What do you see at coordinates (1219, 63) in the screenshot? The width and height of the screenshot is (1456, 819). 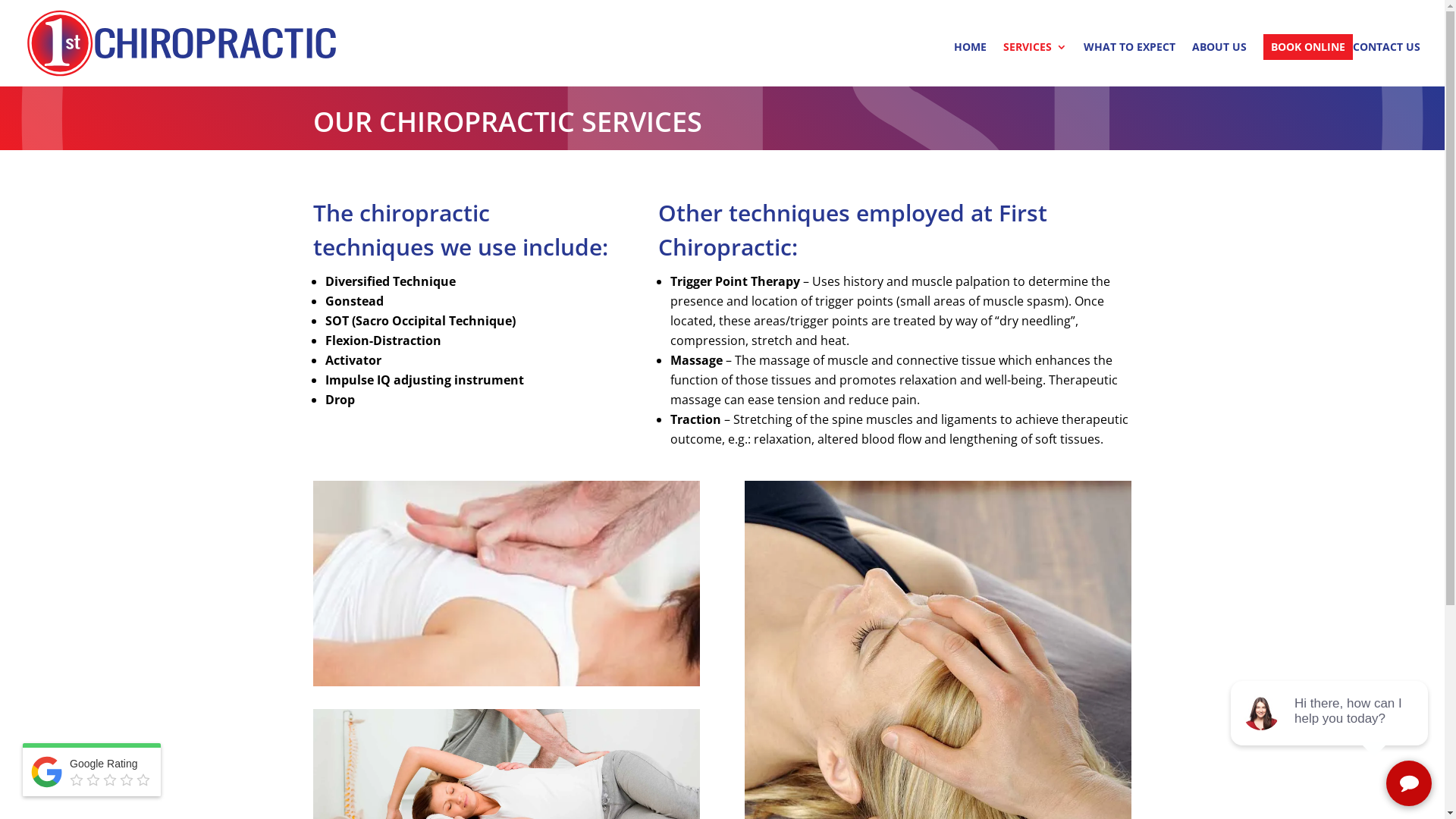 I see `'ABOUT US'` at bounding box center [1219, 63].